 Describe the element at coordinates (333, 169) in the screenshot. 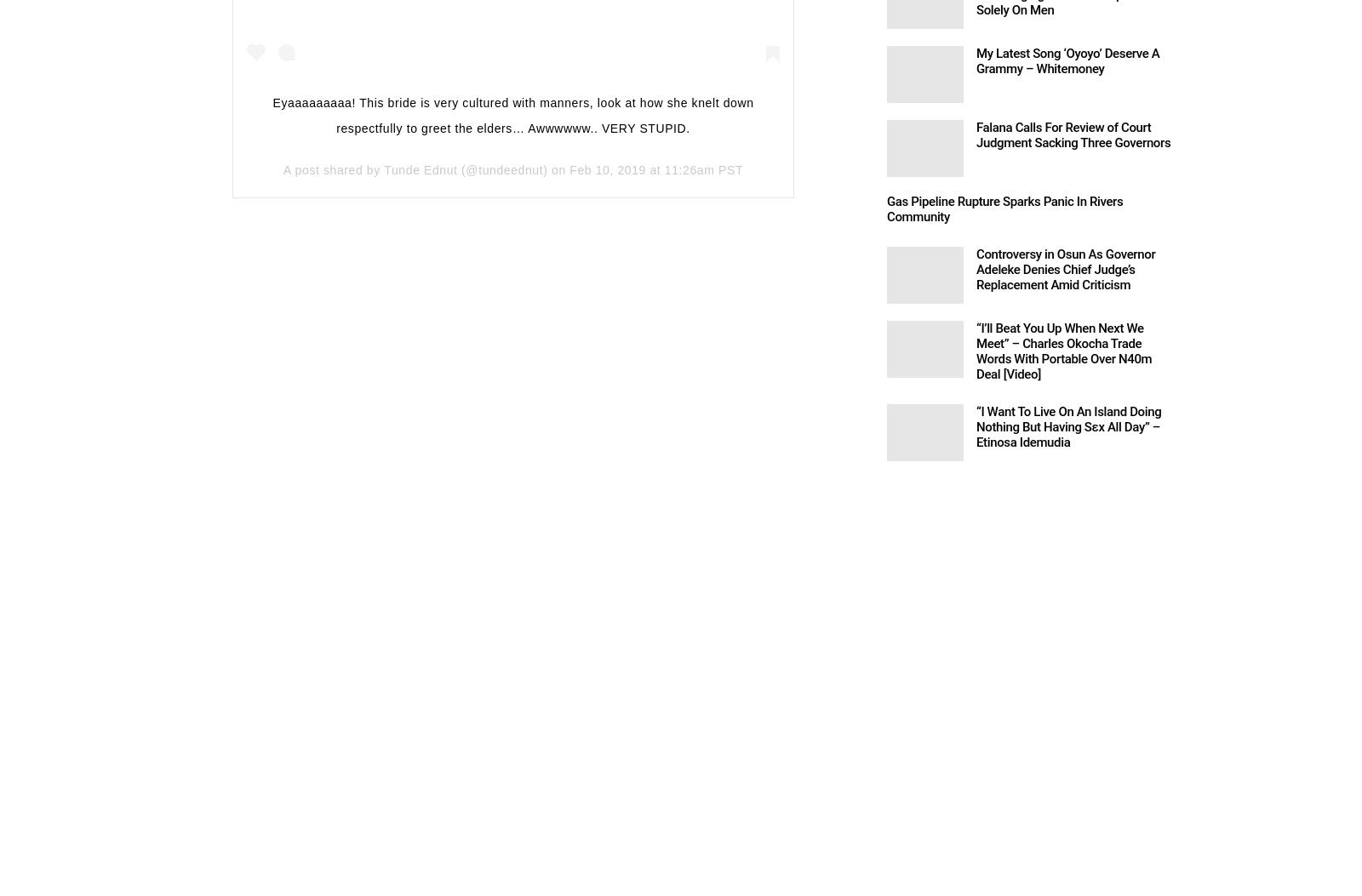

I see `'A post shared by'` at that location.